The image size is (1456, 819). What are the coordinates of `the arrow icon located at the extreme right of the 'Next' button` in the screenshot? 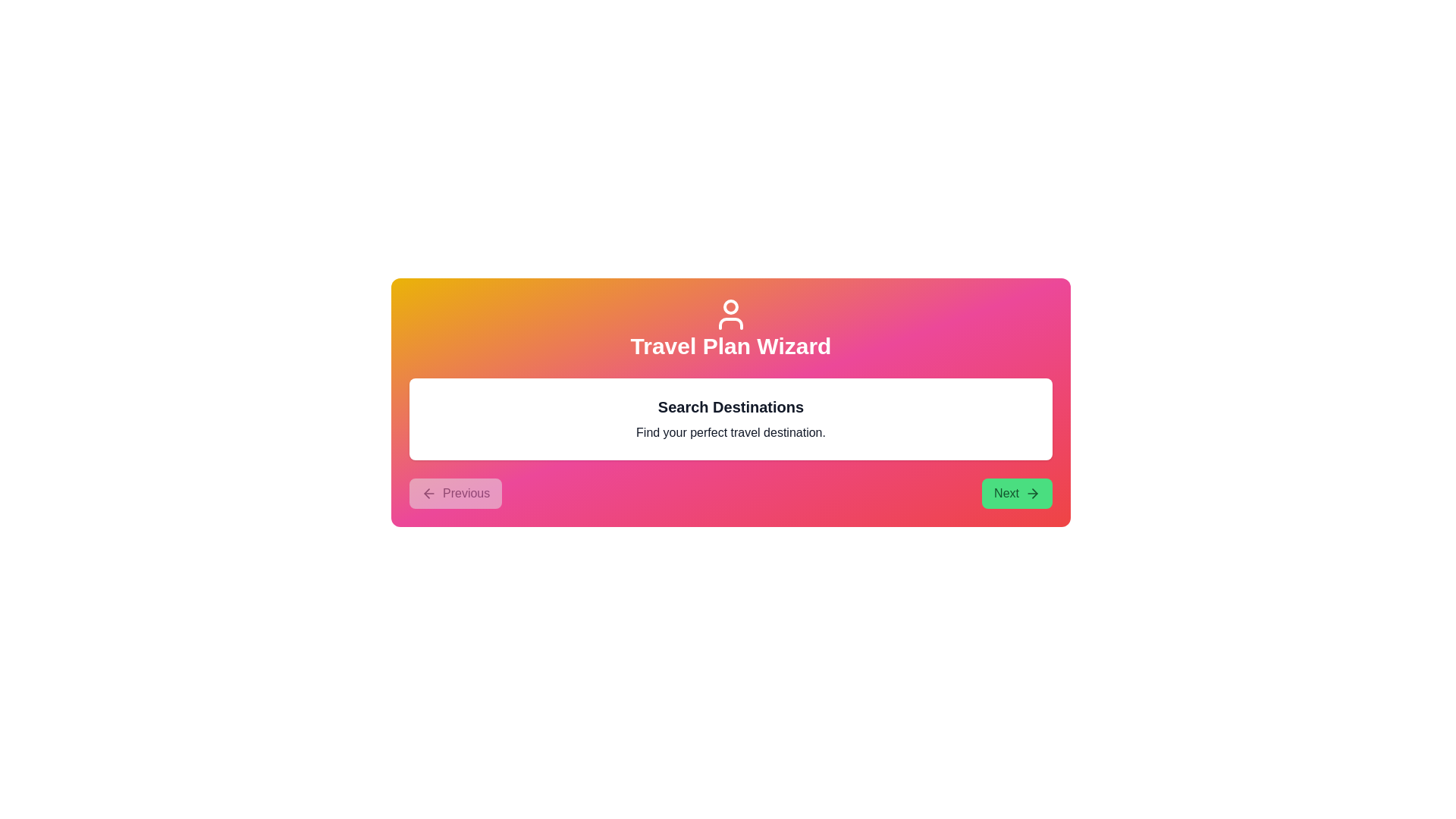 It's located at (1032, 494).